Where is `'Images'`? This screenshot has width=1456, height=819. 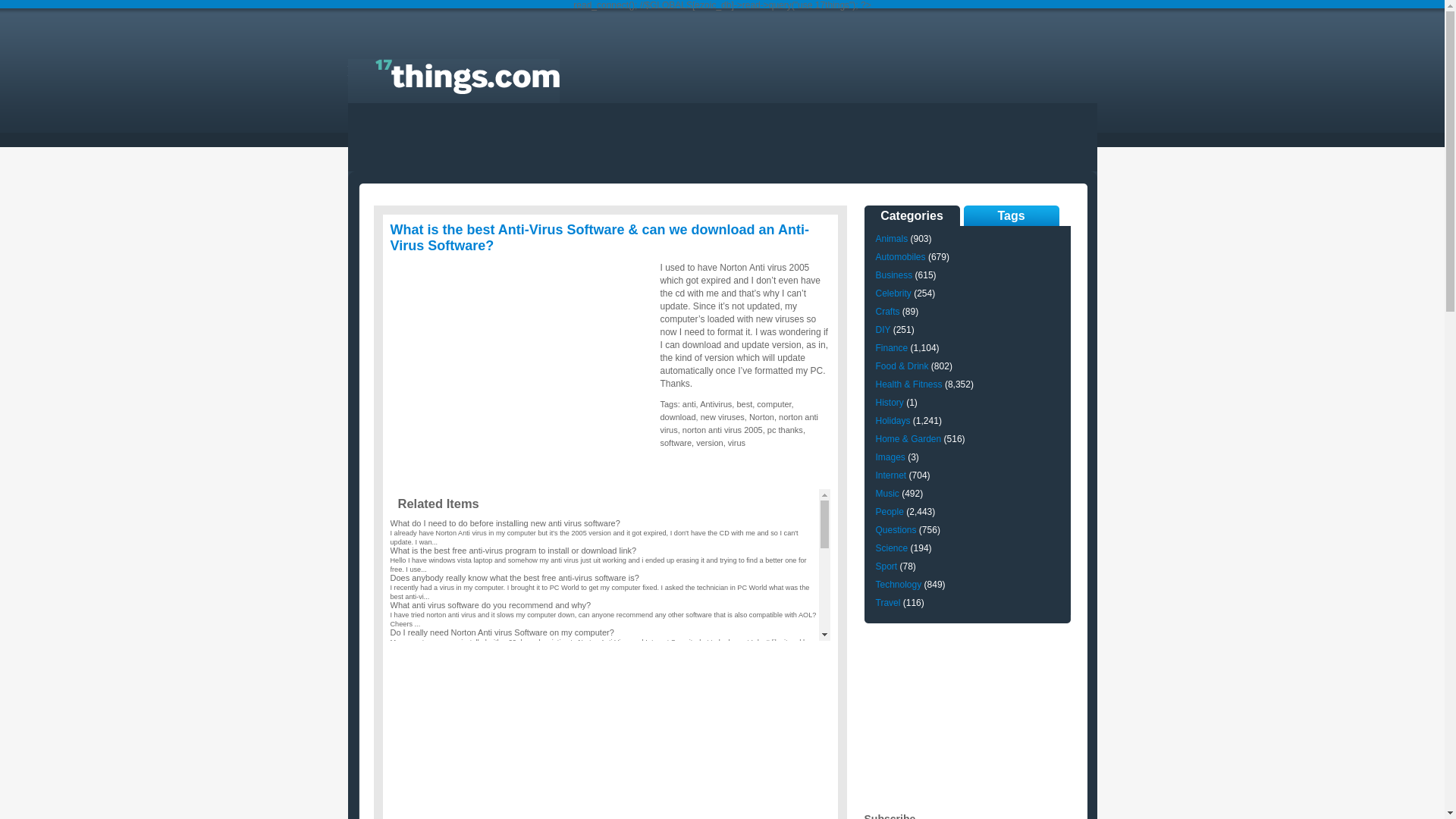
'Images' is located at coordinates (890, 456).